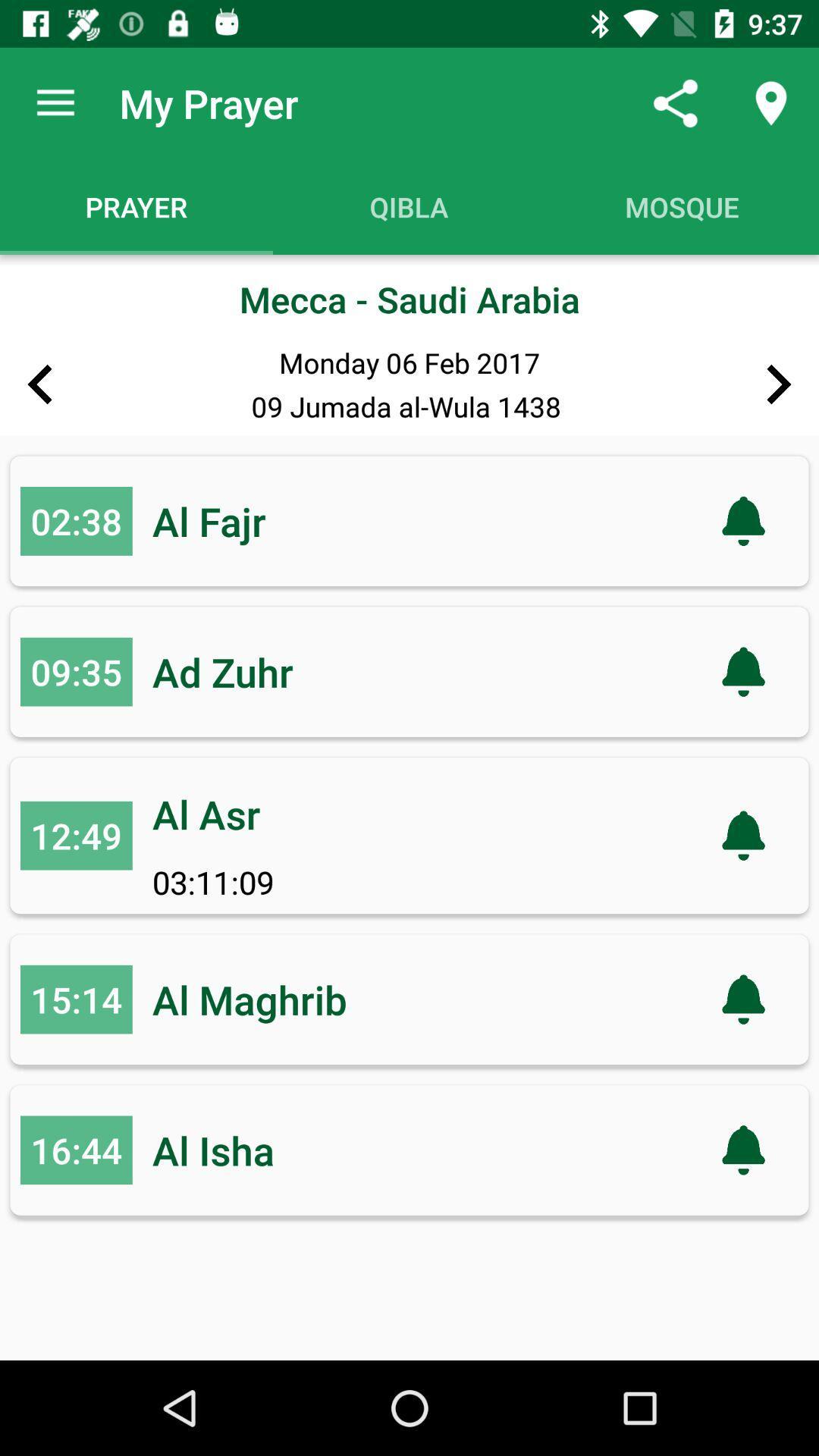 The image size is (819, 1456). Describe the element at coordinates (55, 102) in the screenshot. I see `app next to my prayer icon` at that location.